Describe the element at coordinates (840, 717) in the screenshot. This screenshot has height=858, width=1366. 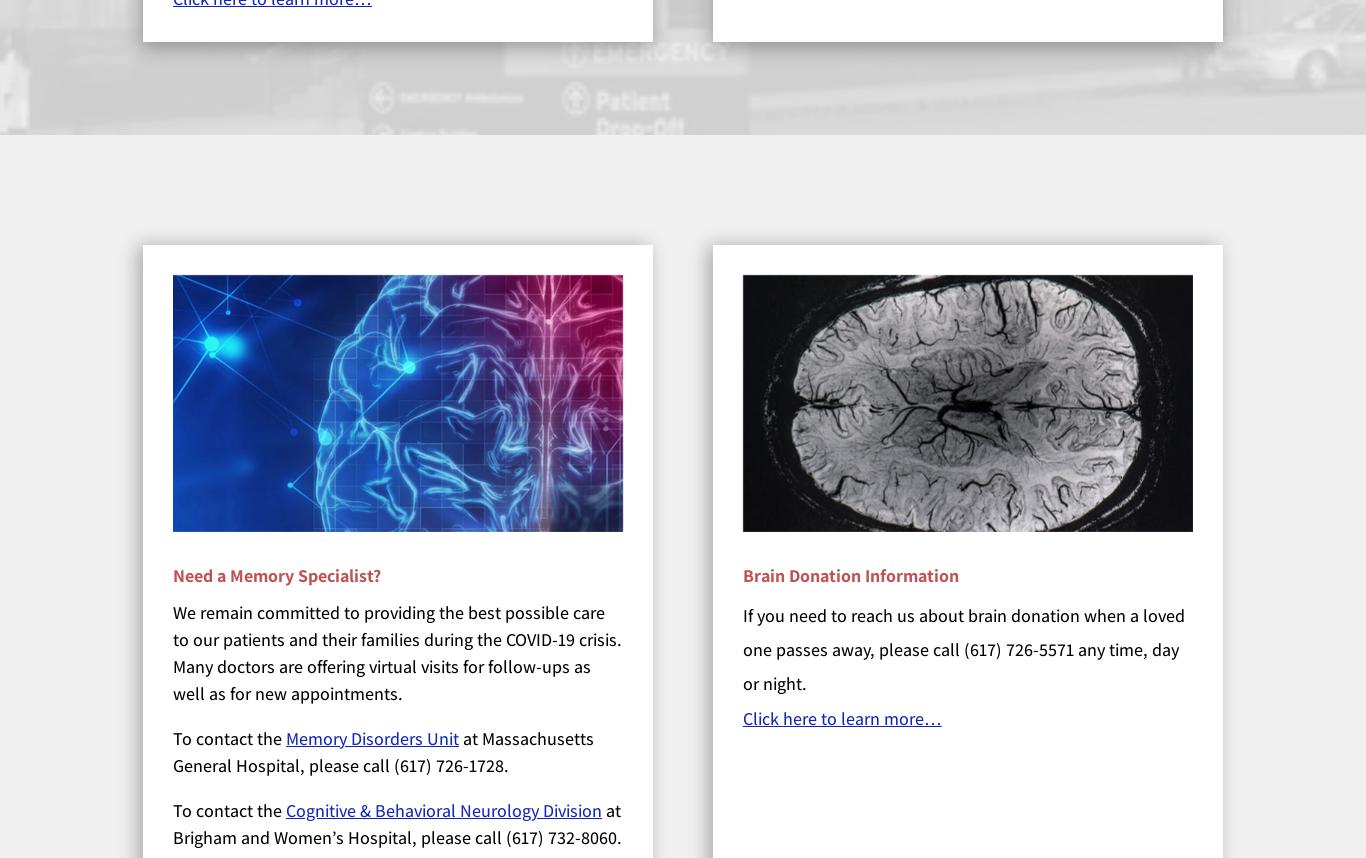
I see `'Click here to learn more…'` at that location.